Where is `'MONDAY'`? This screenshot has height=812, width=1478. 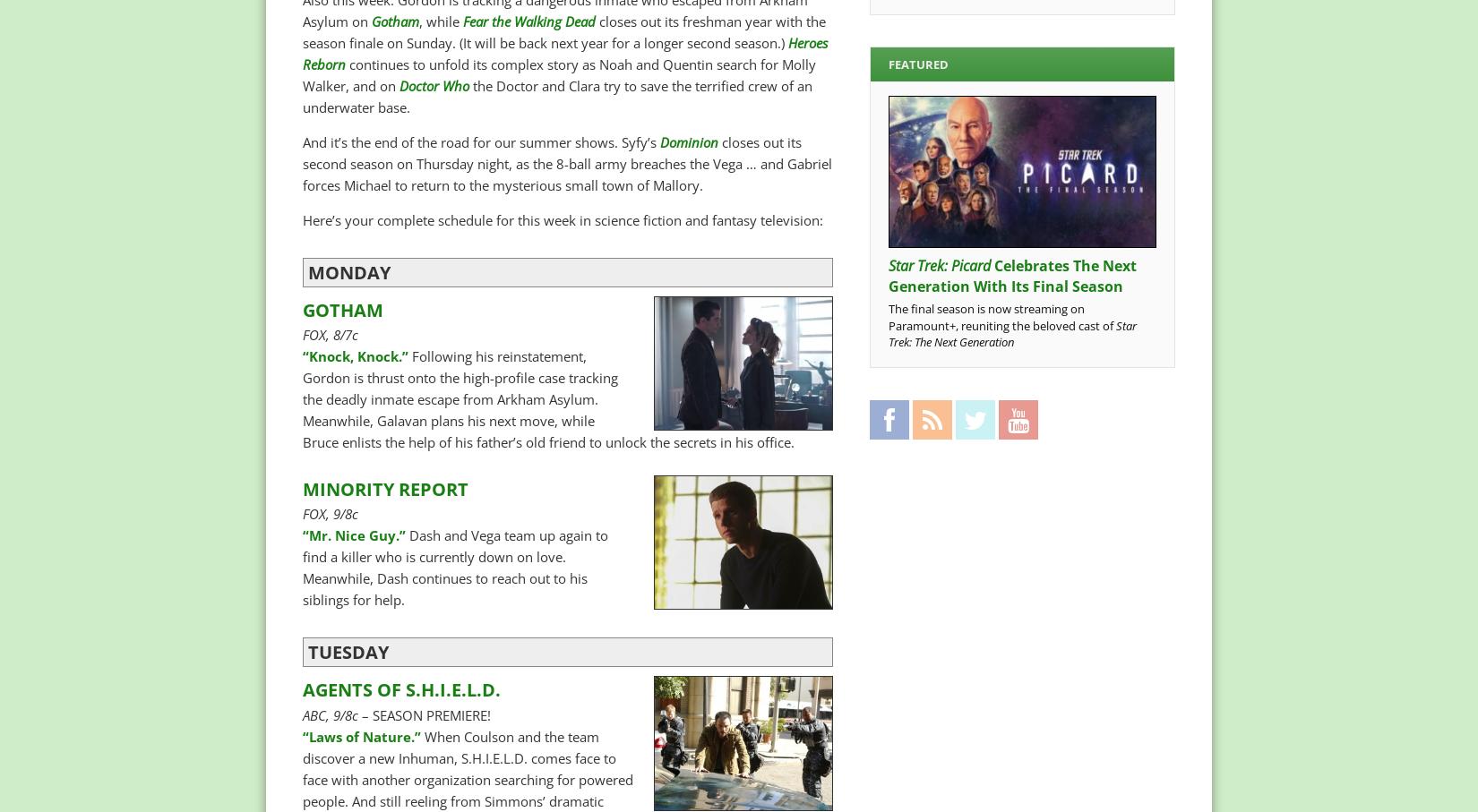
'MONDAY' is located at coordinates (349, 271).